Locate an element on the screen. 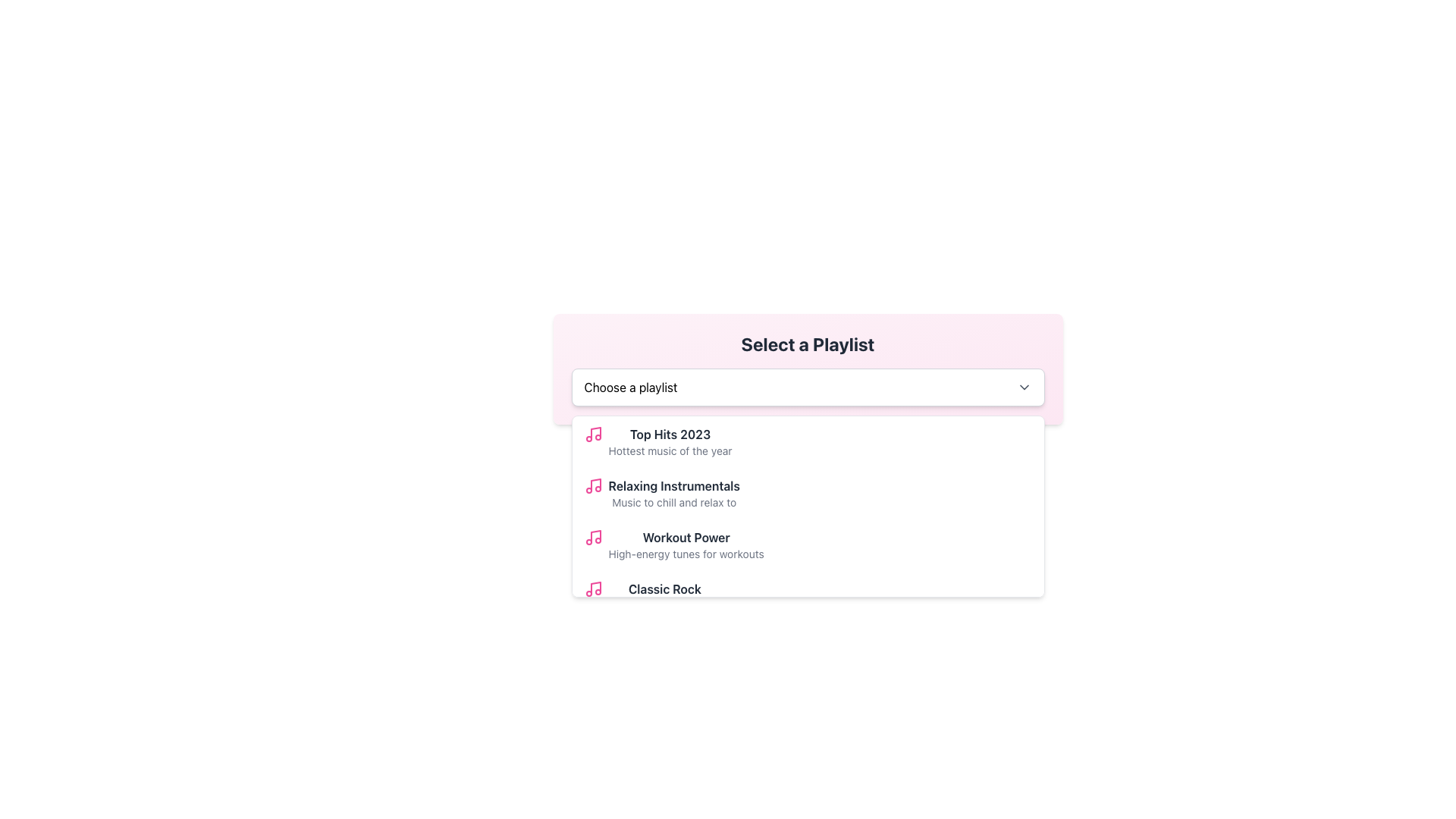 The width and height of the screenshot is (1456, 819). static text label that displays 'High-energy tunes for workouts', which is located below the 'Workout Power' dropdown menu is located at coordinates (686, 554).